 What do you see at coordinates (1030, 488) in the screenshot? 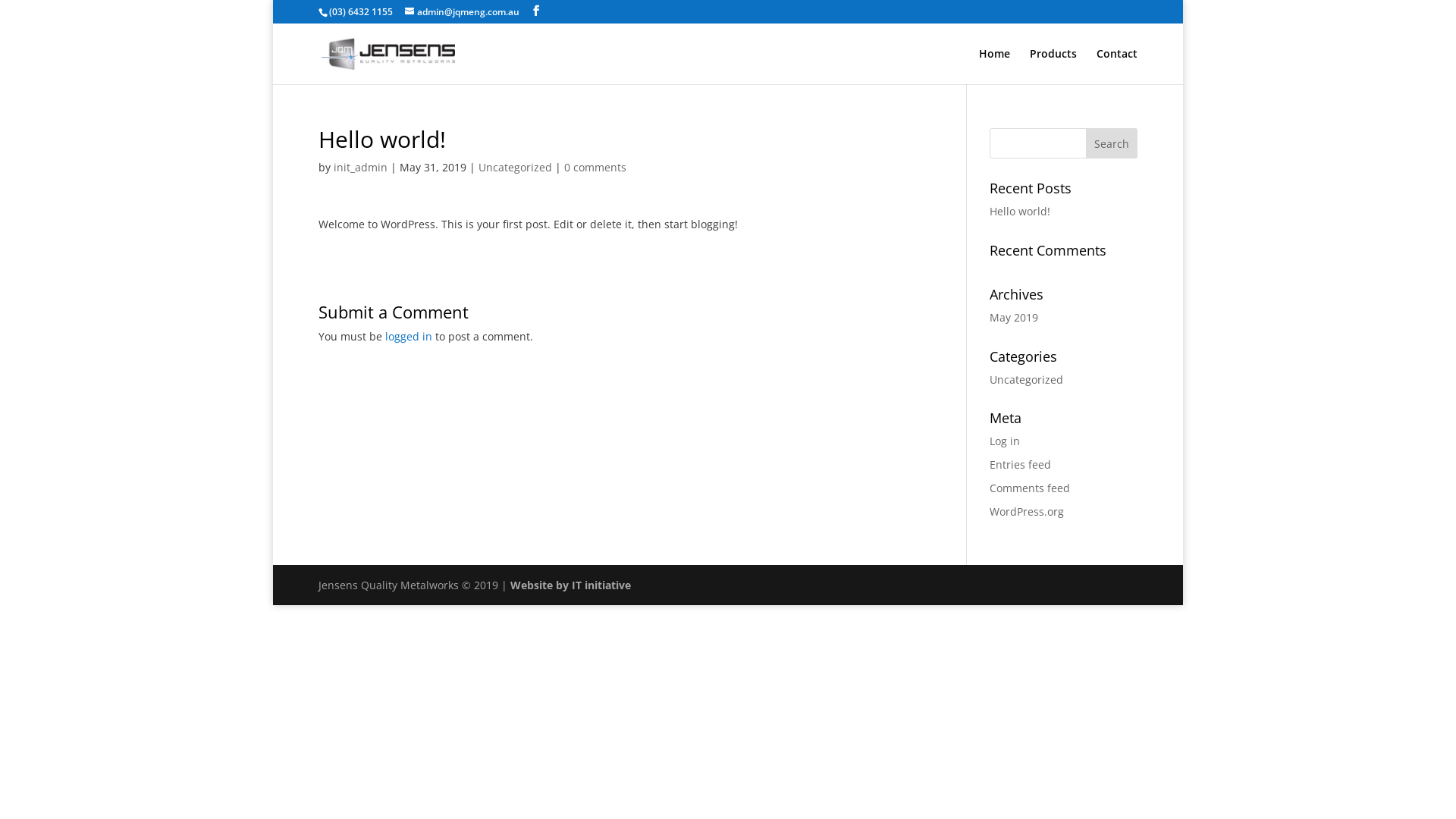
I see `'Comments feed'` at bounding box center [1030, 488].